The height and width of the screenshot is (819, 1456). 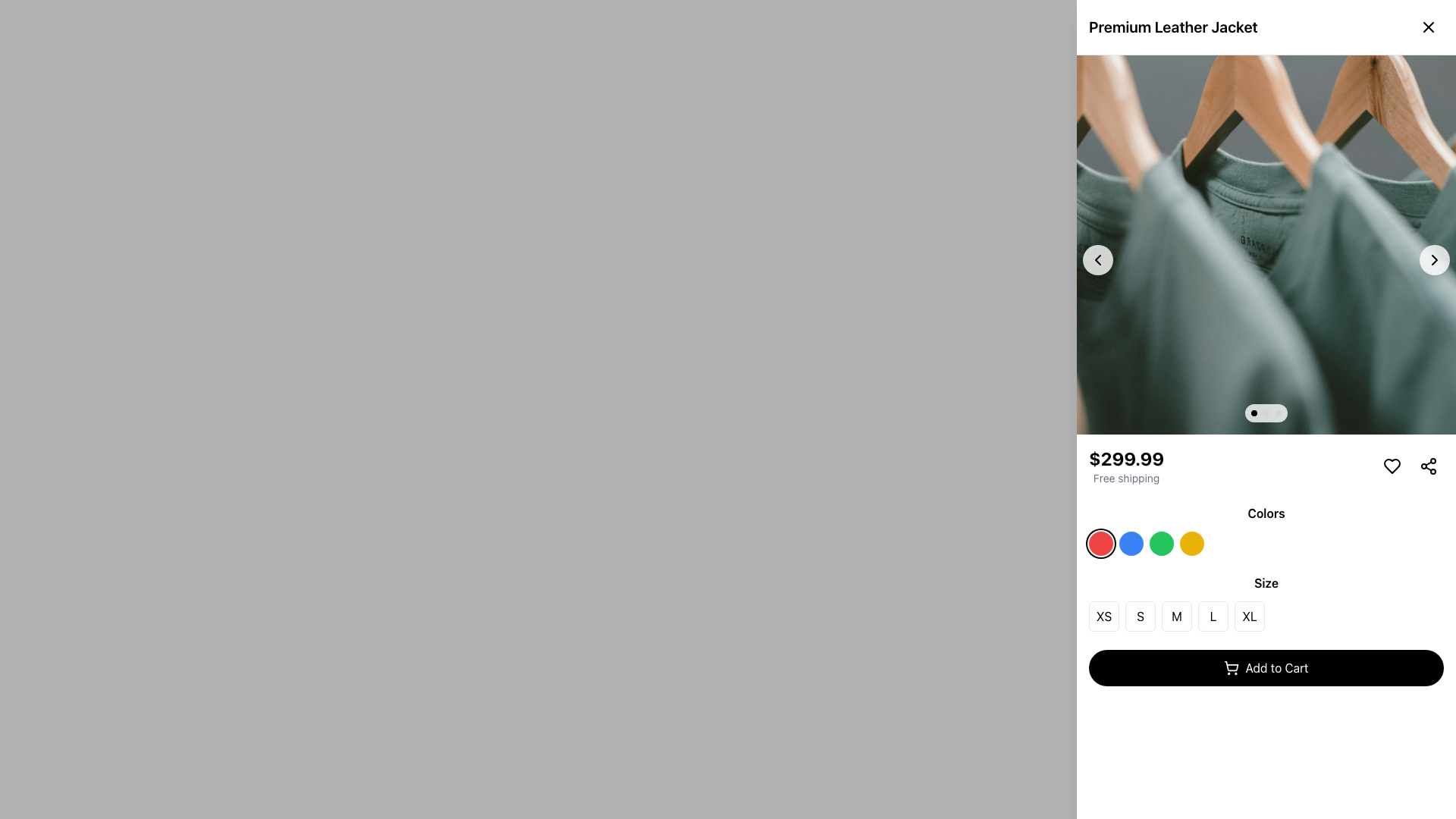 I want to click on the circular button with a white background and a left-pointing black arrow for keyboard interaction, so click(x=1098, y=259).